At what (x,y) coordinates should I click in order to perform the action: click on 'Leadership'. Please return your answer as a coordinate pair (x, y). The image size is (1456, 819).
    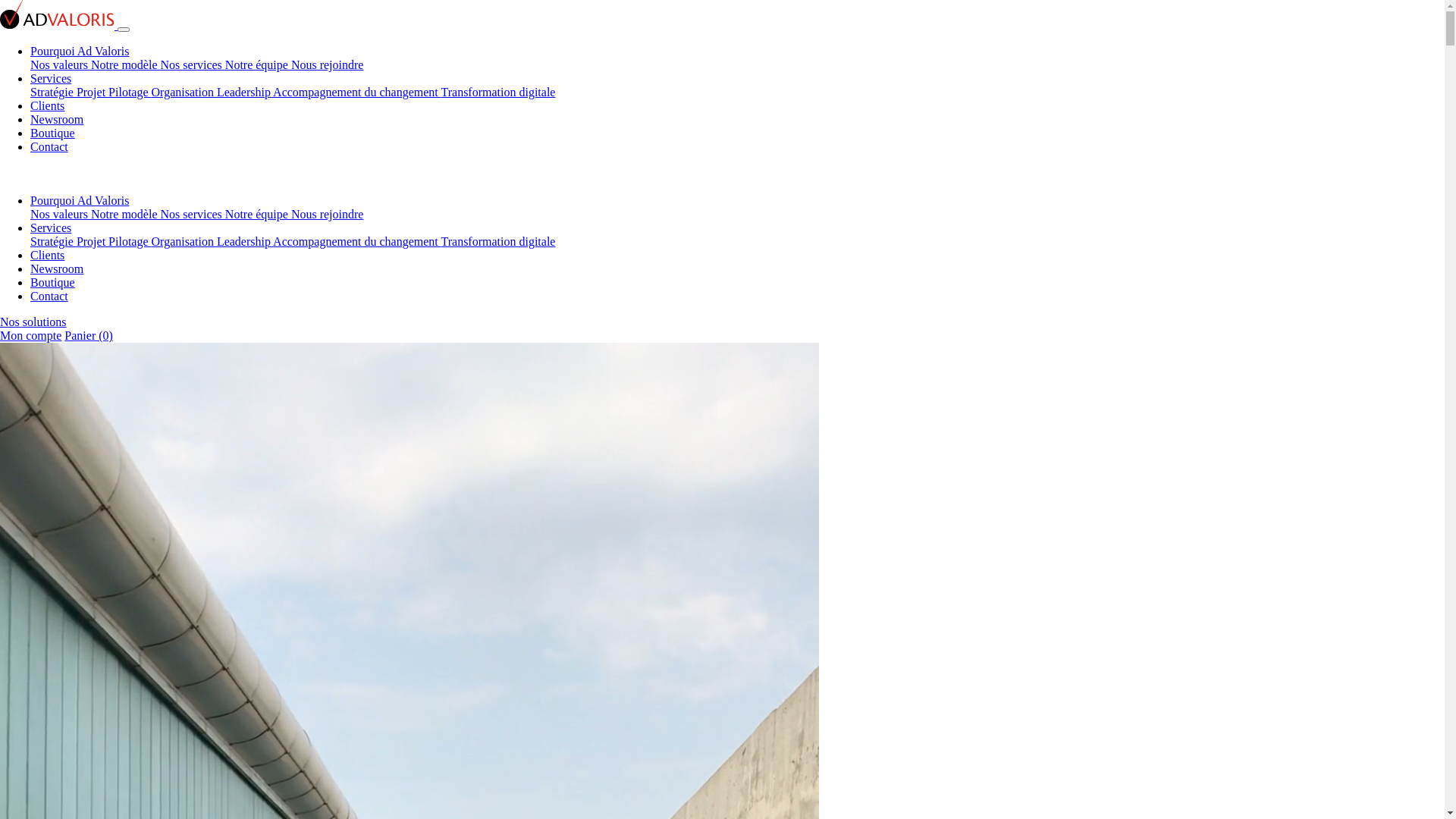
    Looking at the image, I should click on (244, 92).